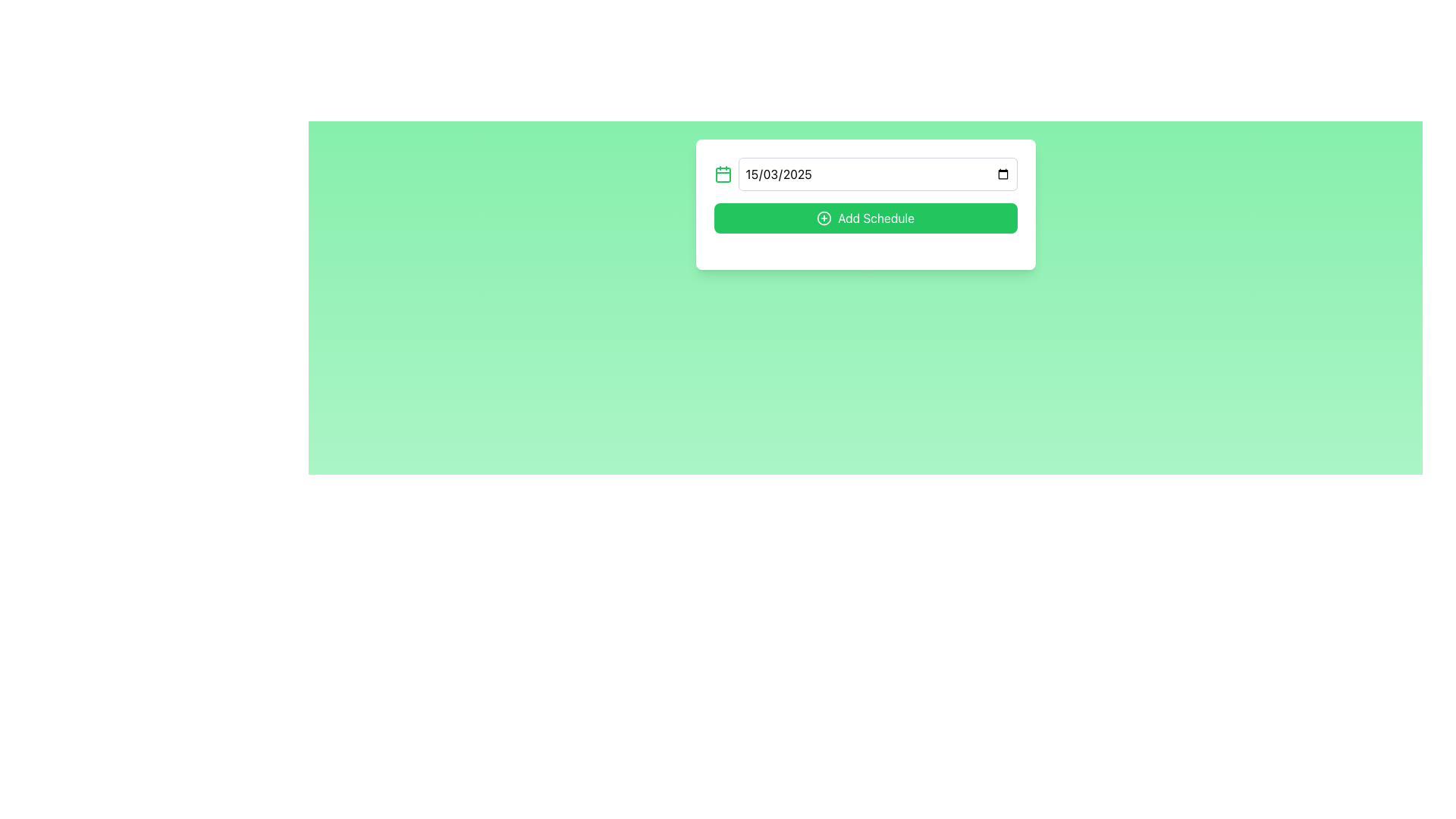  What do you see at coordinates (824, 218) in the screenshot?
I see `the 'Add' icon within the green 'Add Schedule' button, which is positioned on the left side of the button's text` at bounding box center [824, 218].